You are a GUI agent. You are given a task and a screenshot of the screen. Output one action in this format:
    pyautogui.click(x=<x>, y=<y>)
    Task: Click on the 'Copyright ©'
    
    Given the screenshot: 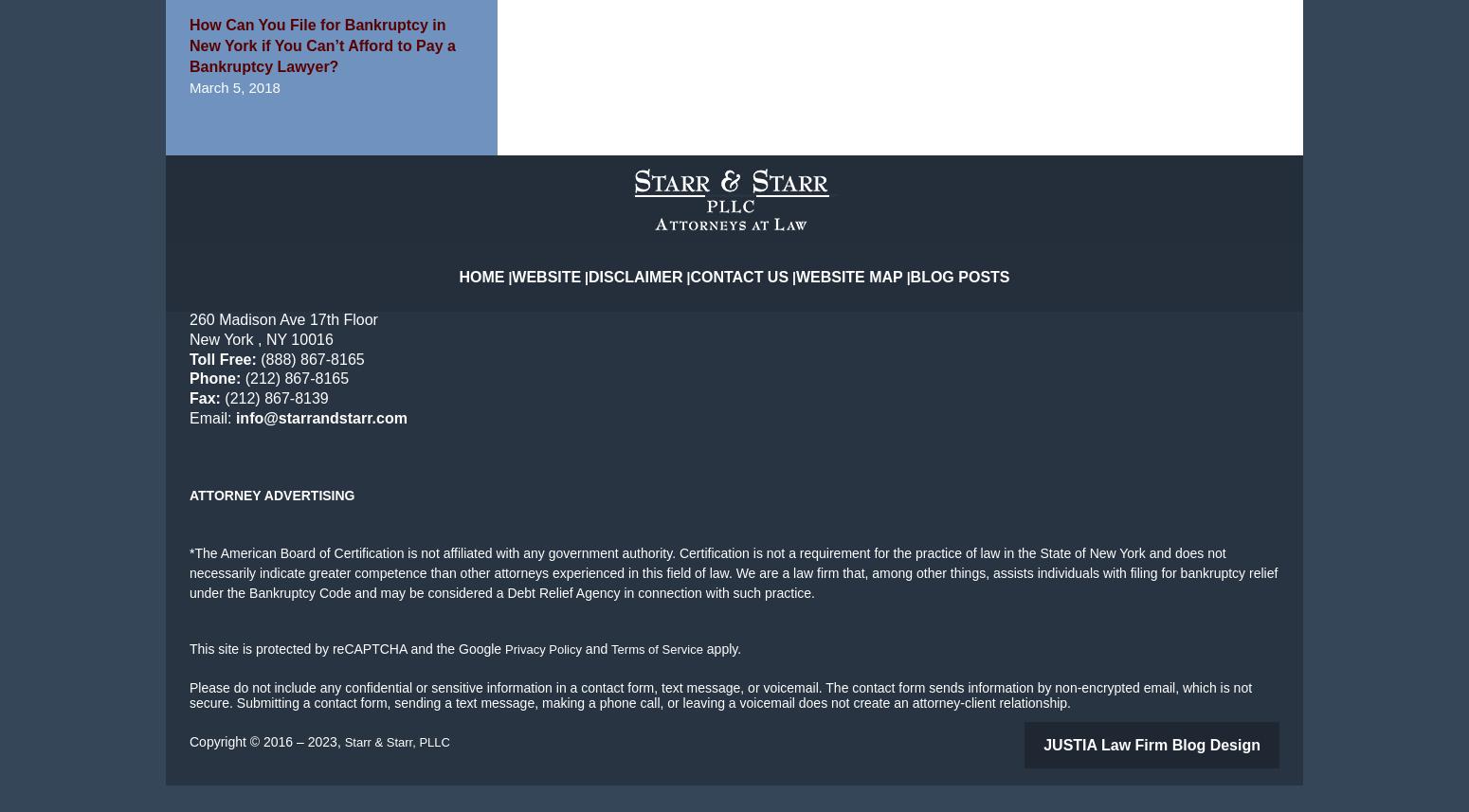 What is the action you would take?
    pyautogui.click(x=224, y=770)
    